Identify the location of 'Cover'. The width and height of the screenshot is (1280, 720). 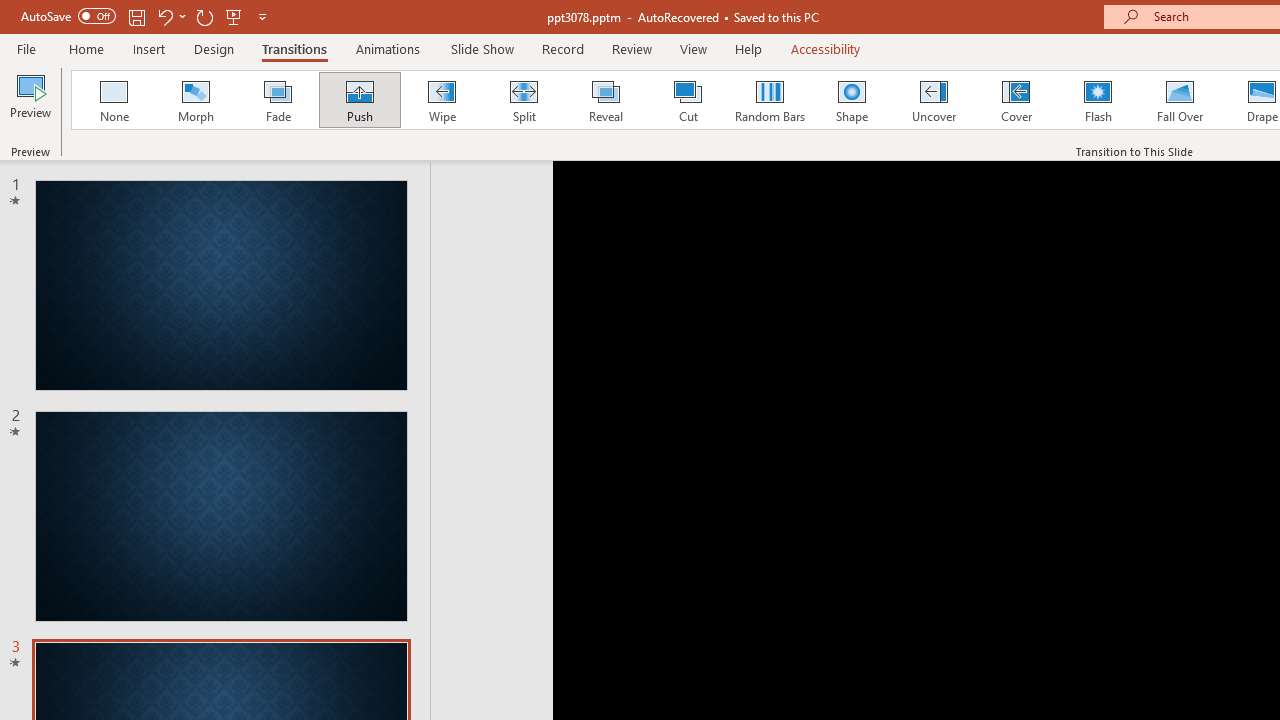
(1016, 100).